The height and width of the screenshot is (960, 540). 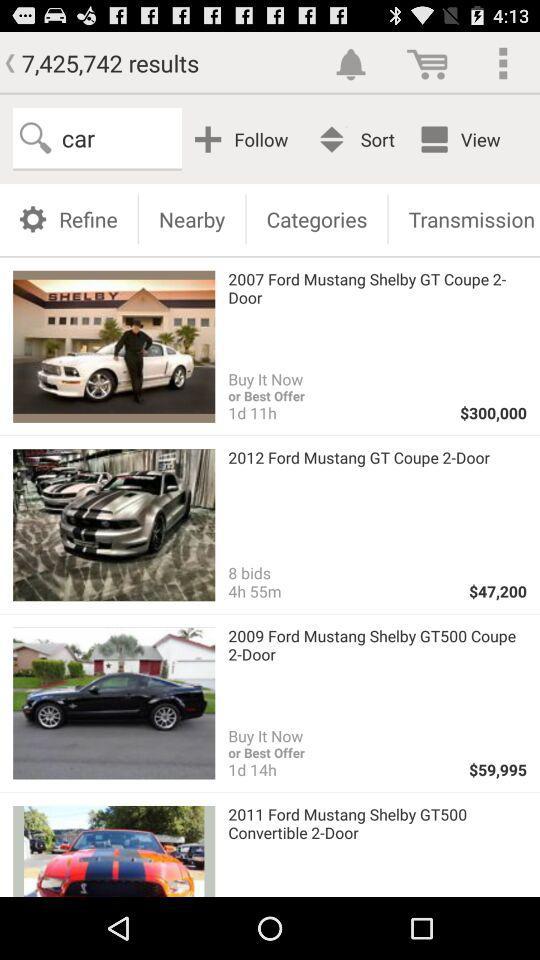 I want to click on the item to the left of best match app, so click(x=245, y=138).